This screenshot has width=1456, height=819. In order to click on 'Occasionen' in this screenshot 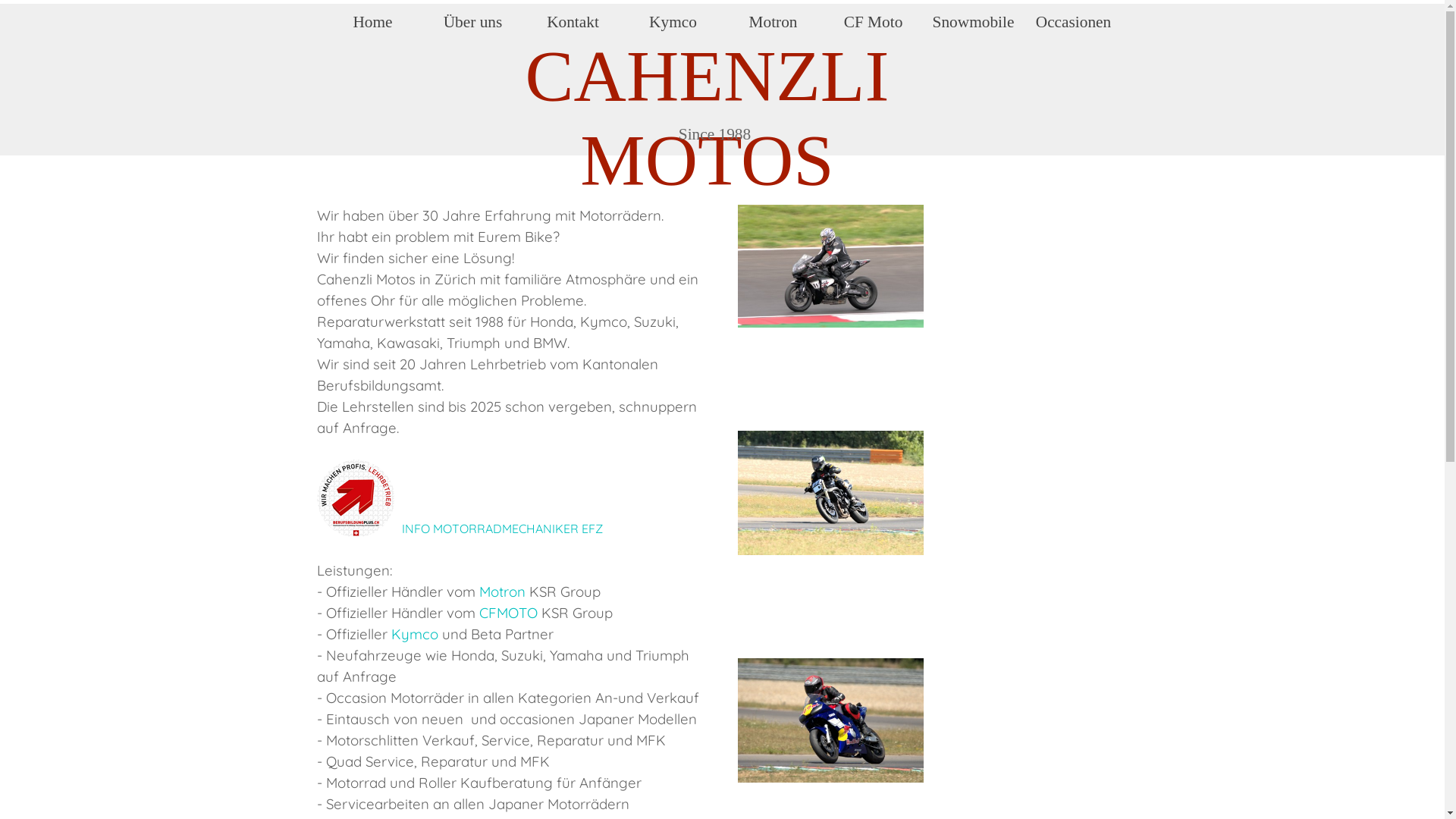, I will do `click(1073, 22)`.